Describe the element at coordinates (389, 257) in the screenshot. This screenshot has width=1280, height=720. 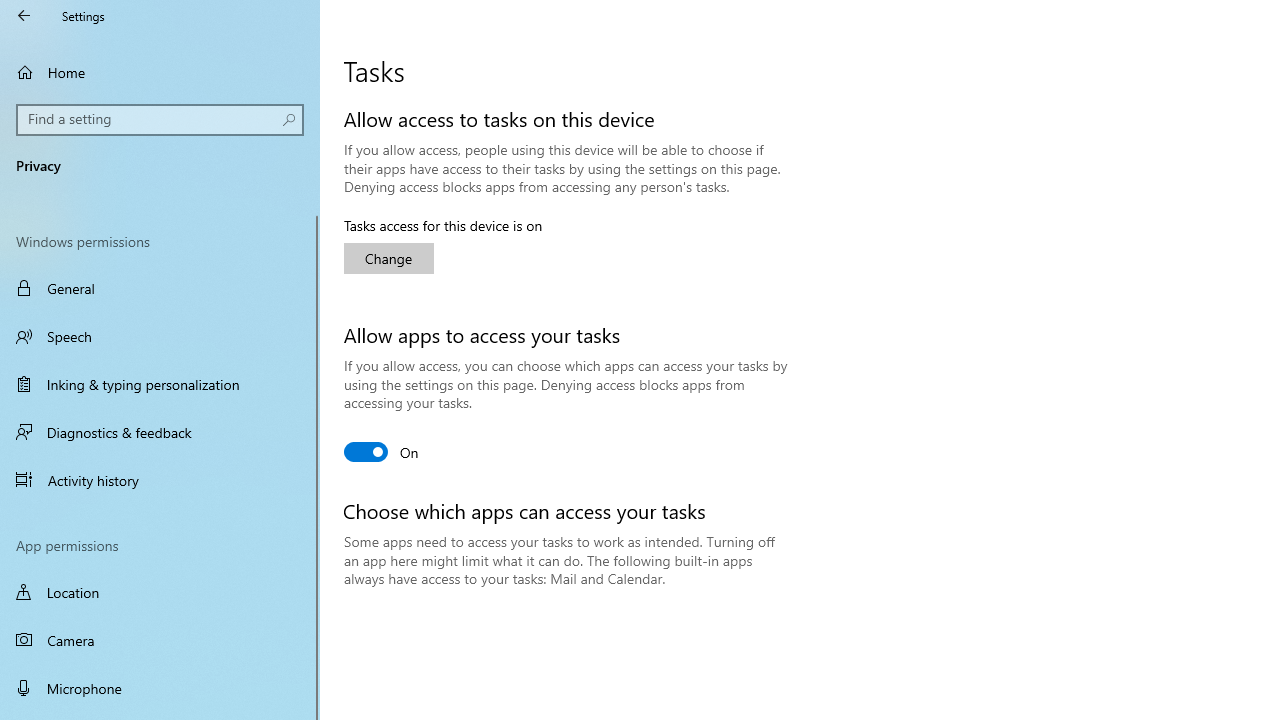
I see `'Change'` at that location.